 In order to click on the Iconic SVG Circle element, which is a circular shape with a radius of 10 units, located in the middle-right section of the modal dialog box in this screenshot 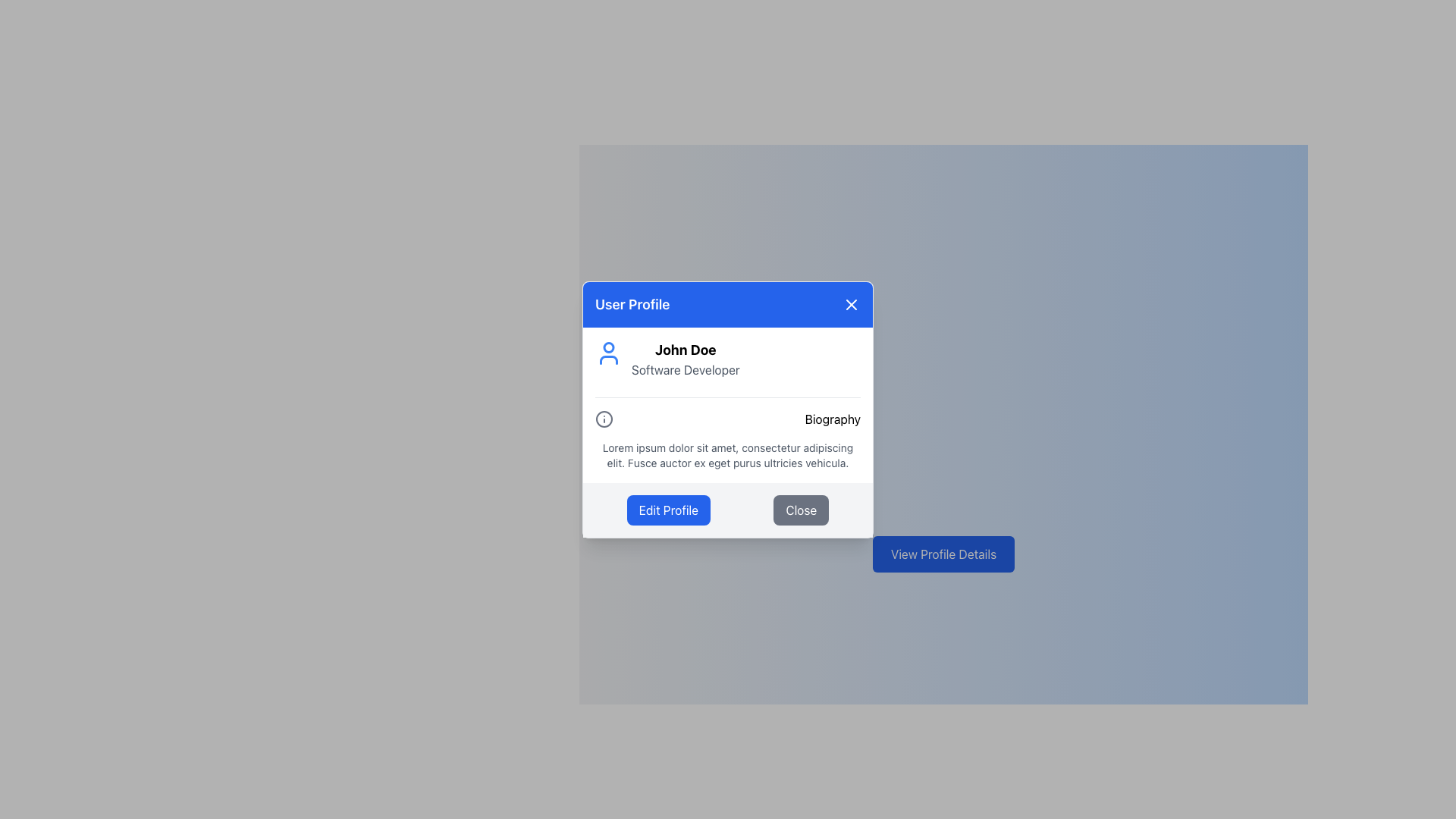, I will do `click(603, 419)`.